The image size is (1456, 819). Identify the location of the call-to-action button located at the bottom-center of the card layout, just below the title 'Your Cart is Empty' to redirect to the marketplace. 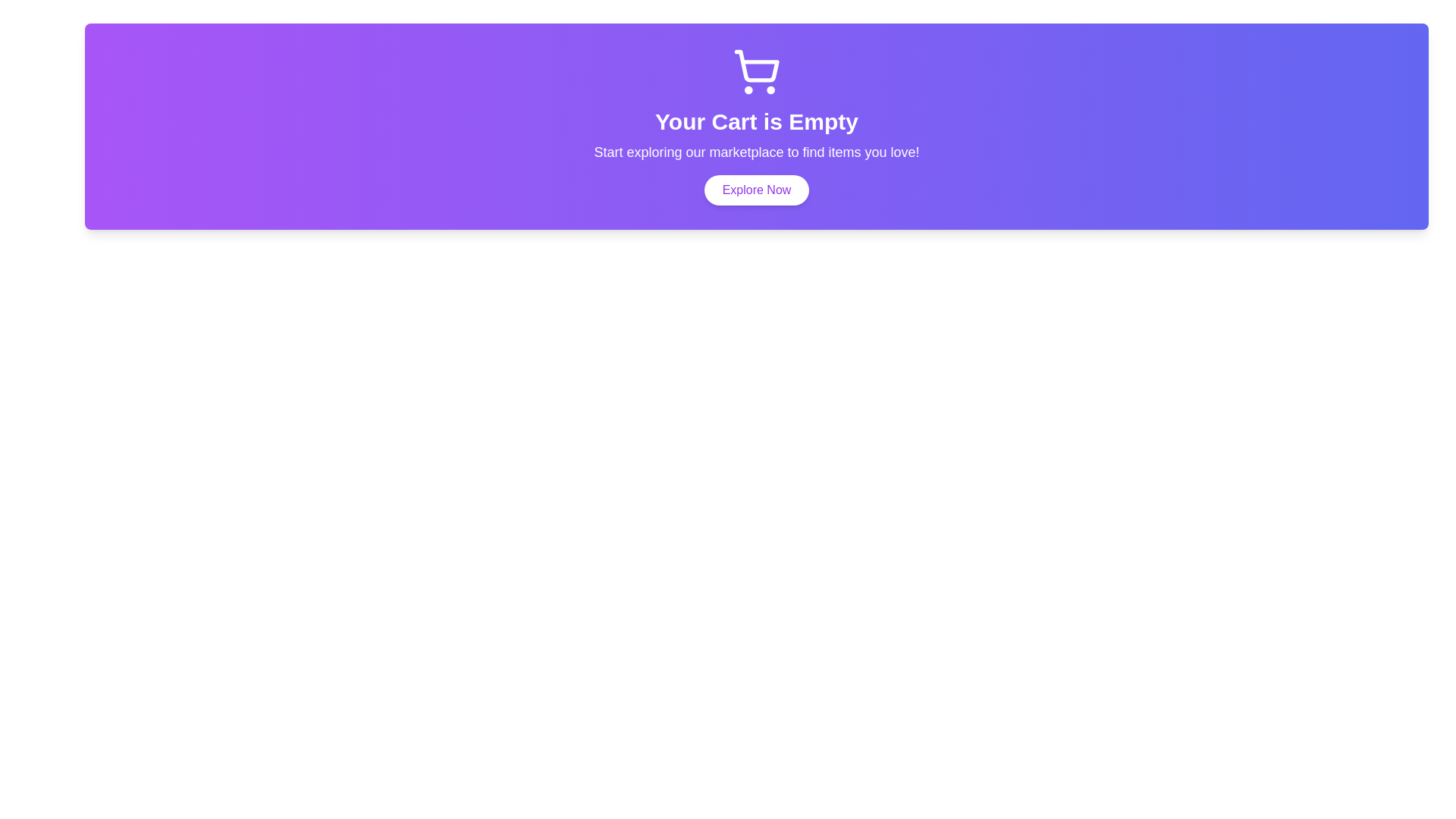
(757, 189).